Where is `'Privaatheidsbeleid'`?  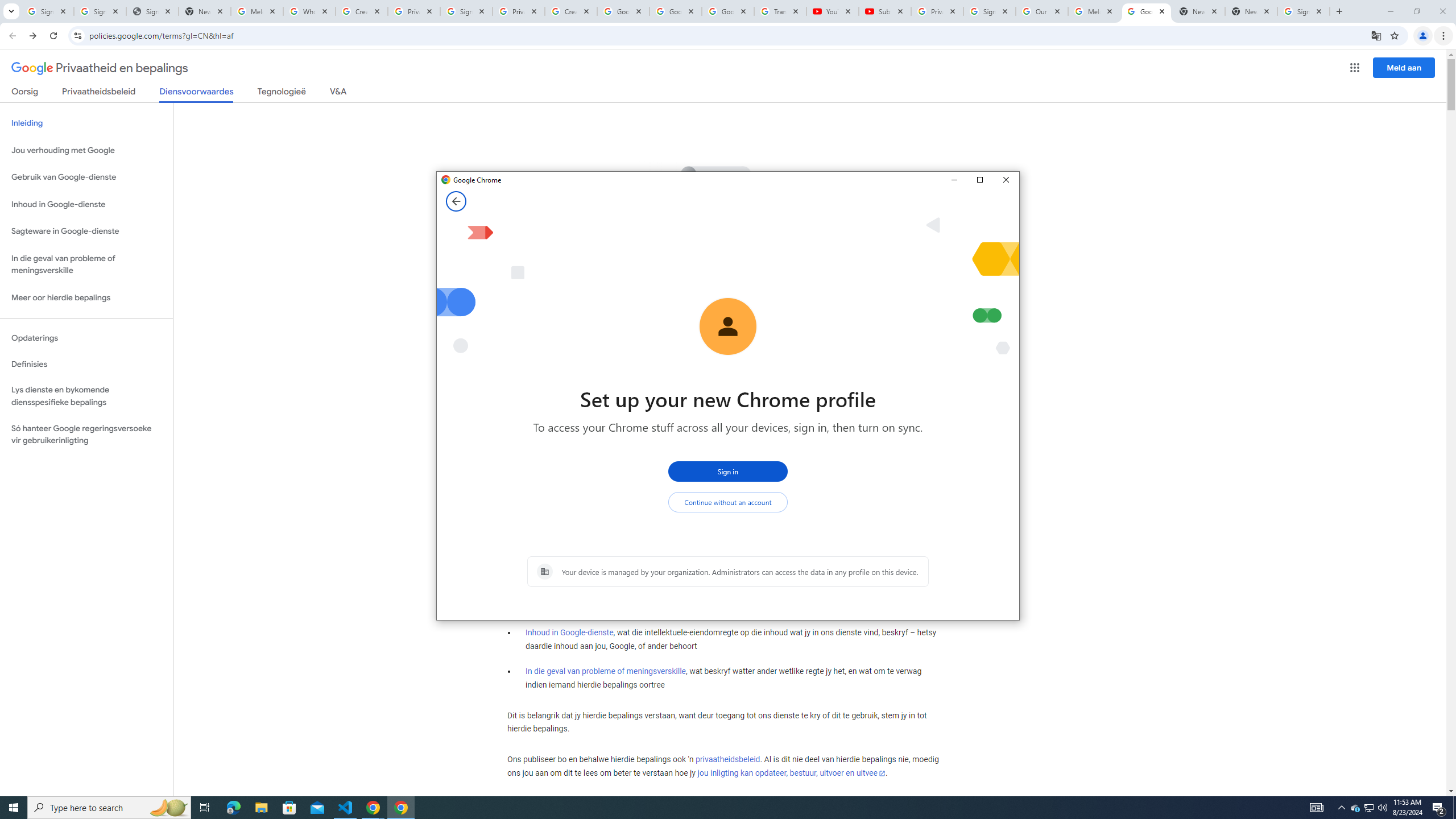 'Privaatheidsbeleid' is located at coordinates (99, 93).